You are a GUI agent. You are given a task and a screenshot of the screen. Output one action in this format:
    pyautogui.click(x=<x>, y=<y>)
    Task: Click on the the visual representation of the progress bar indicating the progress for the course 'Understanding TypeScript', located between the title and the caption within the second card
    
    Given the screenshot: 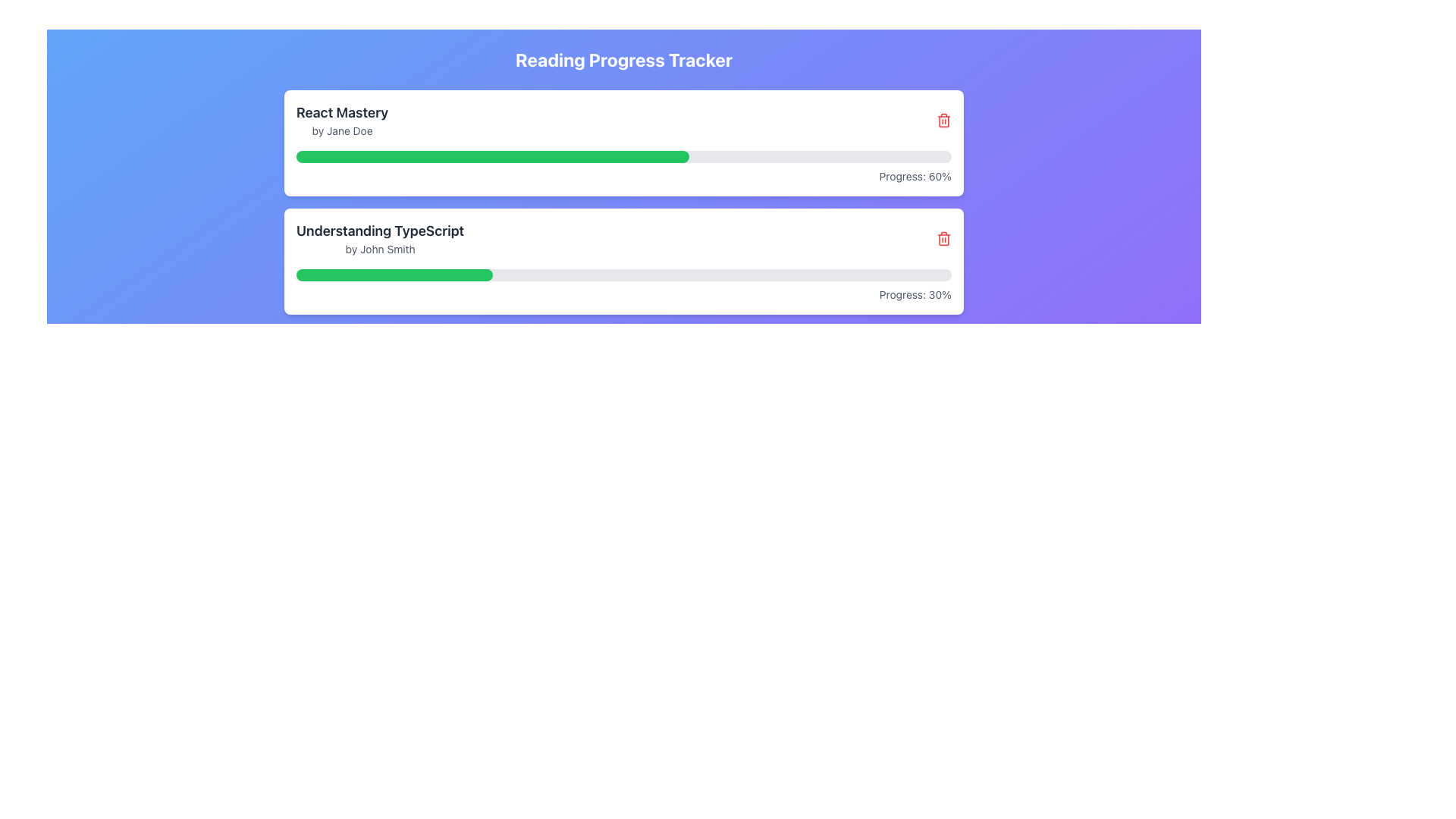 What is the action you would take?
    pyautogui.click(x=623, y=275)
    